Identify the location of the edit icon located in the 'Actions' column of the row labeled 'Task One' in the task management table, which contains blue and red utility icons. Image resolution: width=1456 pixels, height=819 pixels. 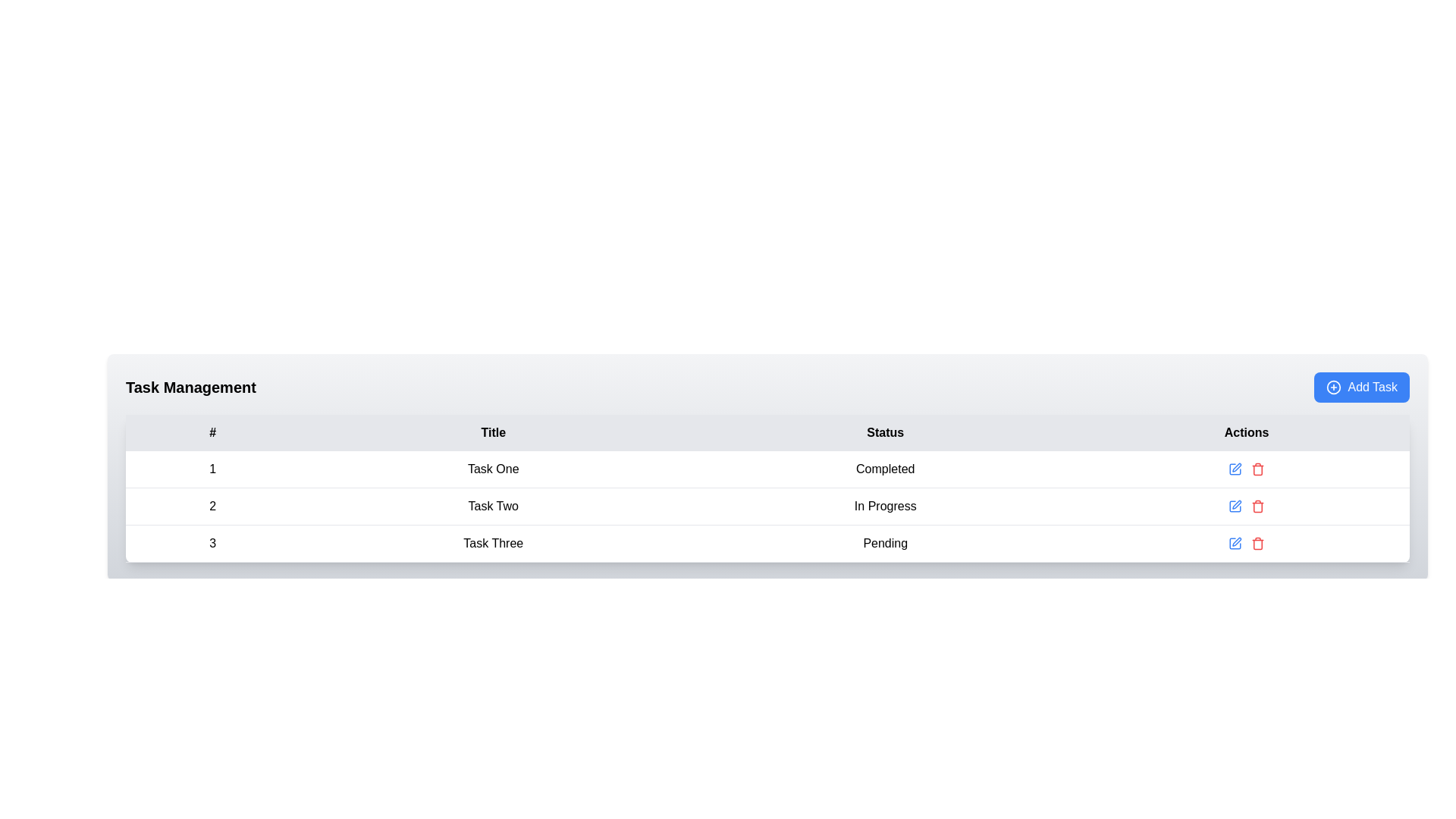
(1247, 469).